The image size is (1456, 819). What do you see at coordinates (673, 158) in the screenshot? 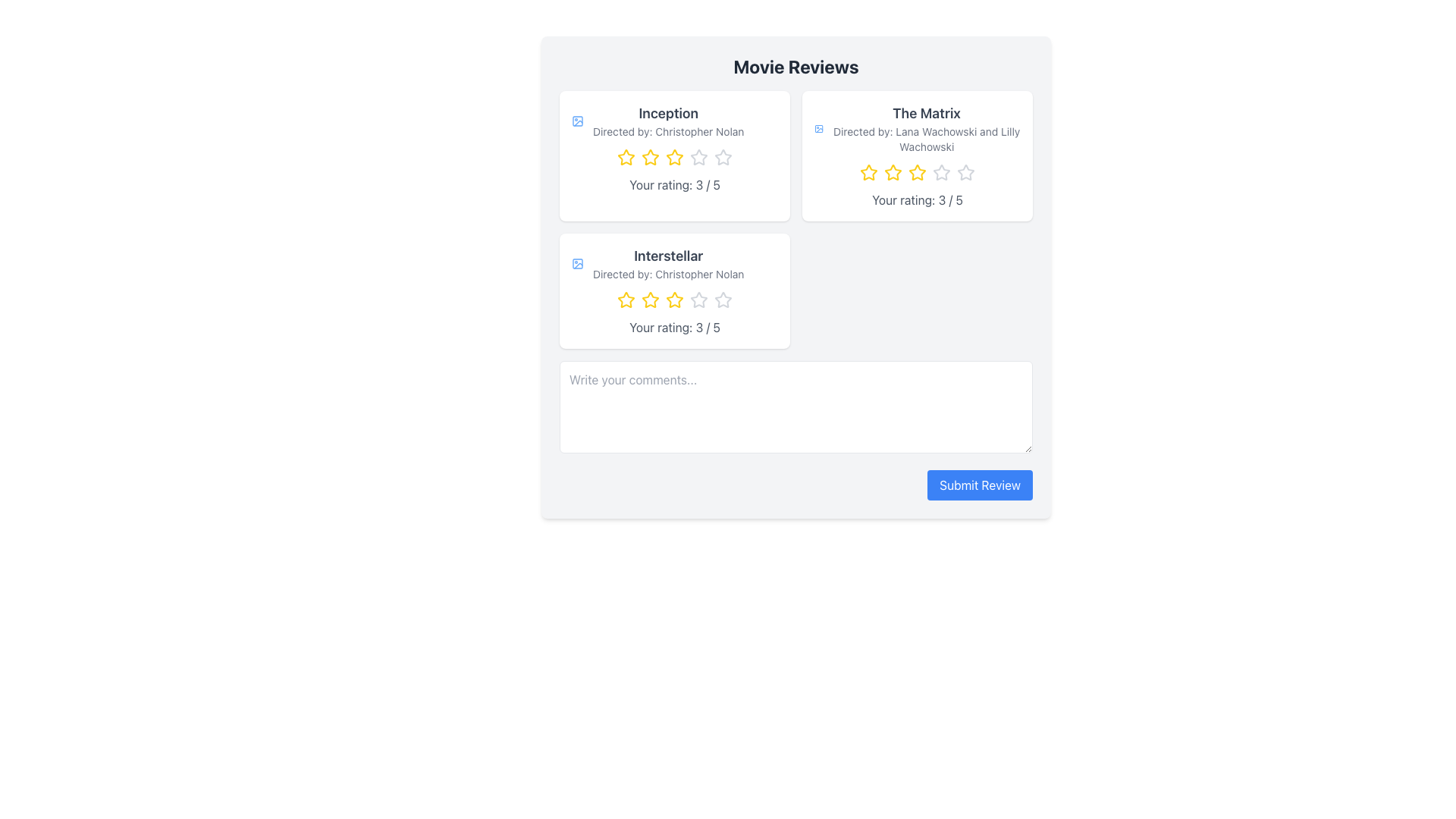
I see `on the Rating Control for the movie 'Inception'` at bounding box center [673, 158].